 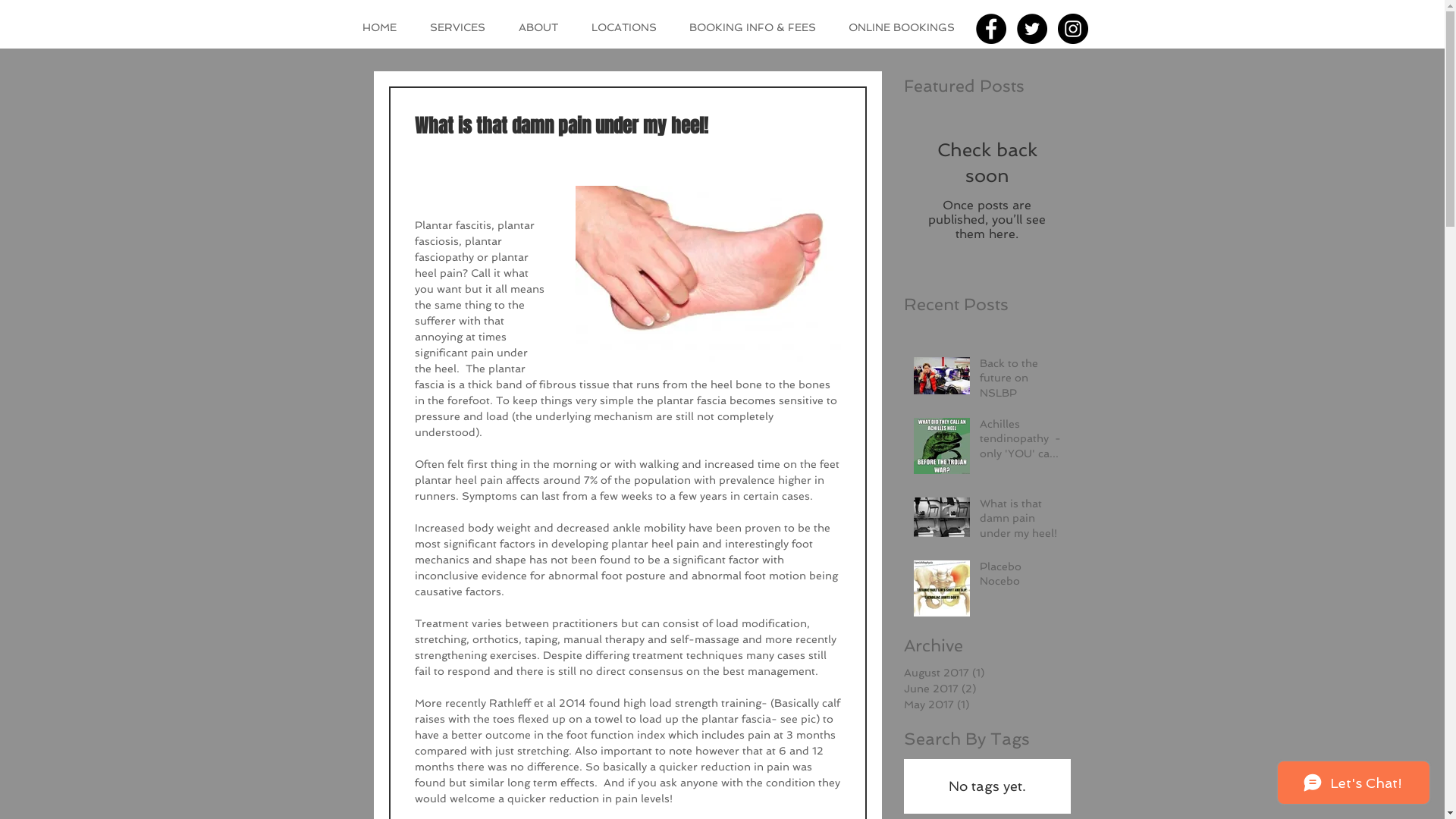 I want to click on 'What is that damn pain under my heel!', so click(x=1020, y=521).